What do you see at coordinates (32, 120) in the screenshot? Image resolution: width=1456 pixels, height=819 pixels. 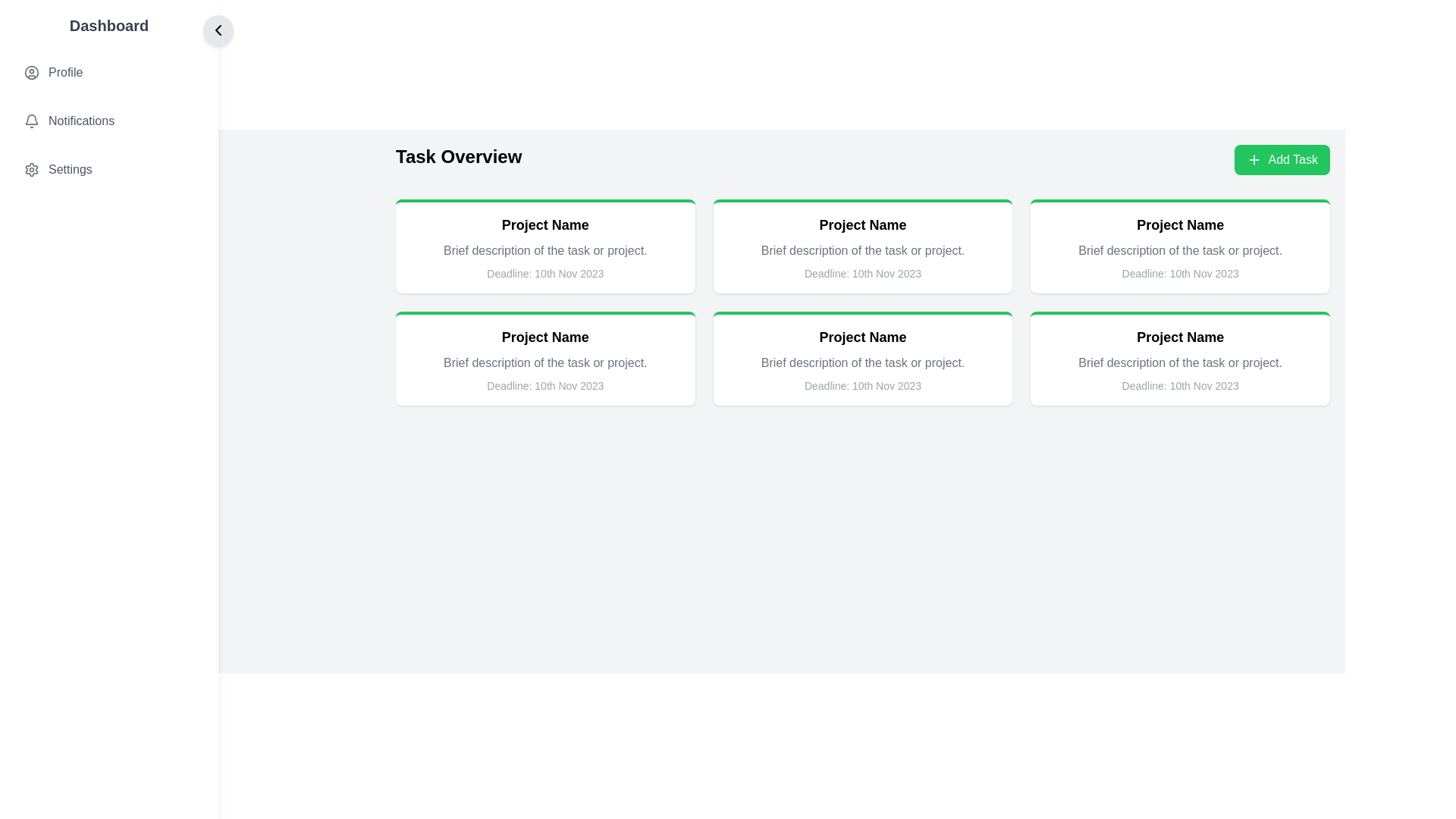 I see `the notification icon located in the left sidebar, positioned to the left of the 'Notifications' label` at bounding box center [32, 120].